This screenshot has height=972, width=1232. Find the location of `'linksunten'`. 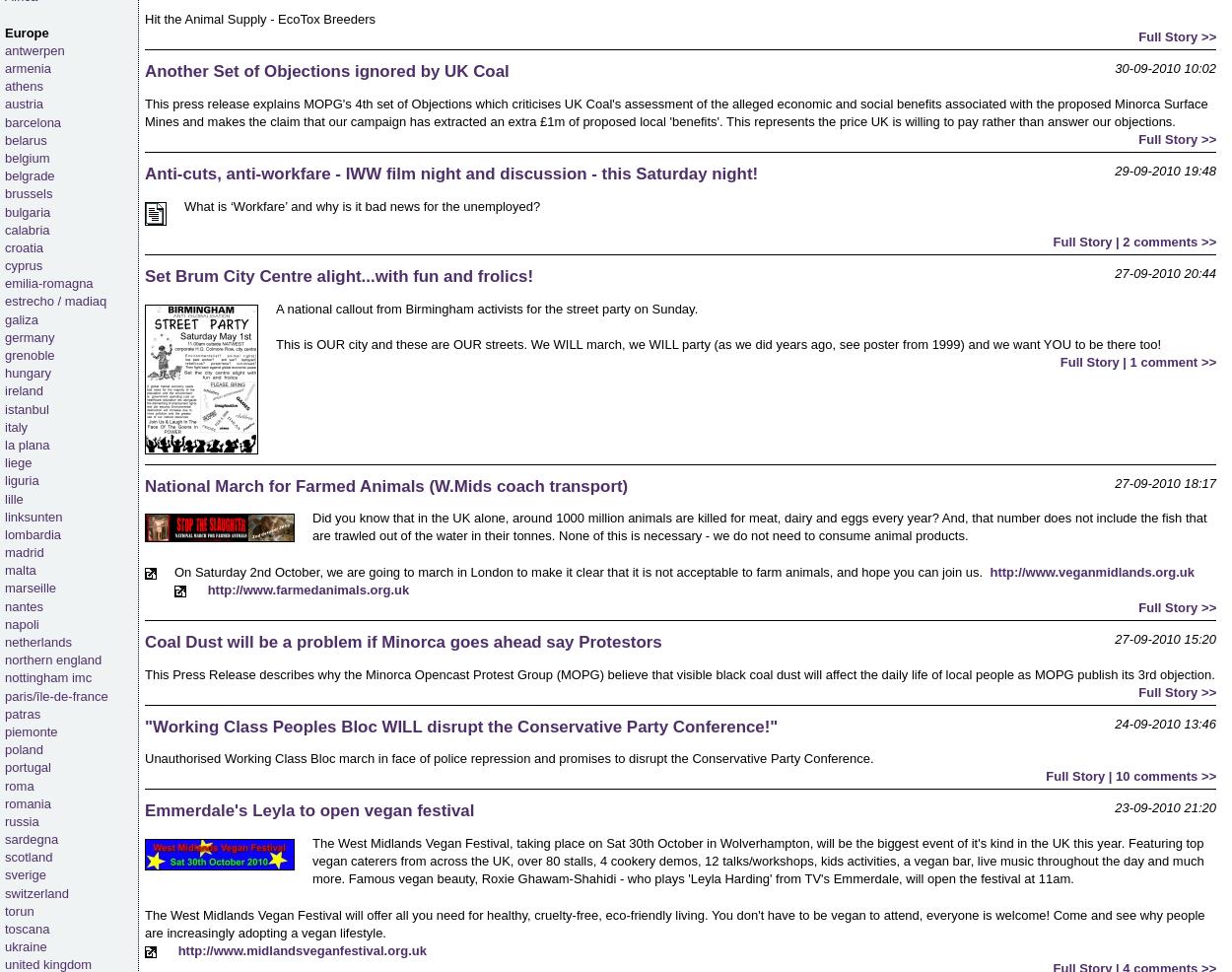

'linksunten' is located at coordinates (34, 515).